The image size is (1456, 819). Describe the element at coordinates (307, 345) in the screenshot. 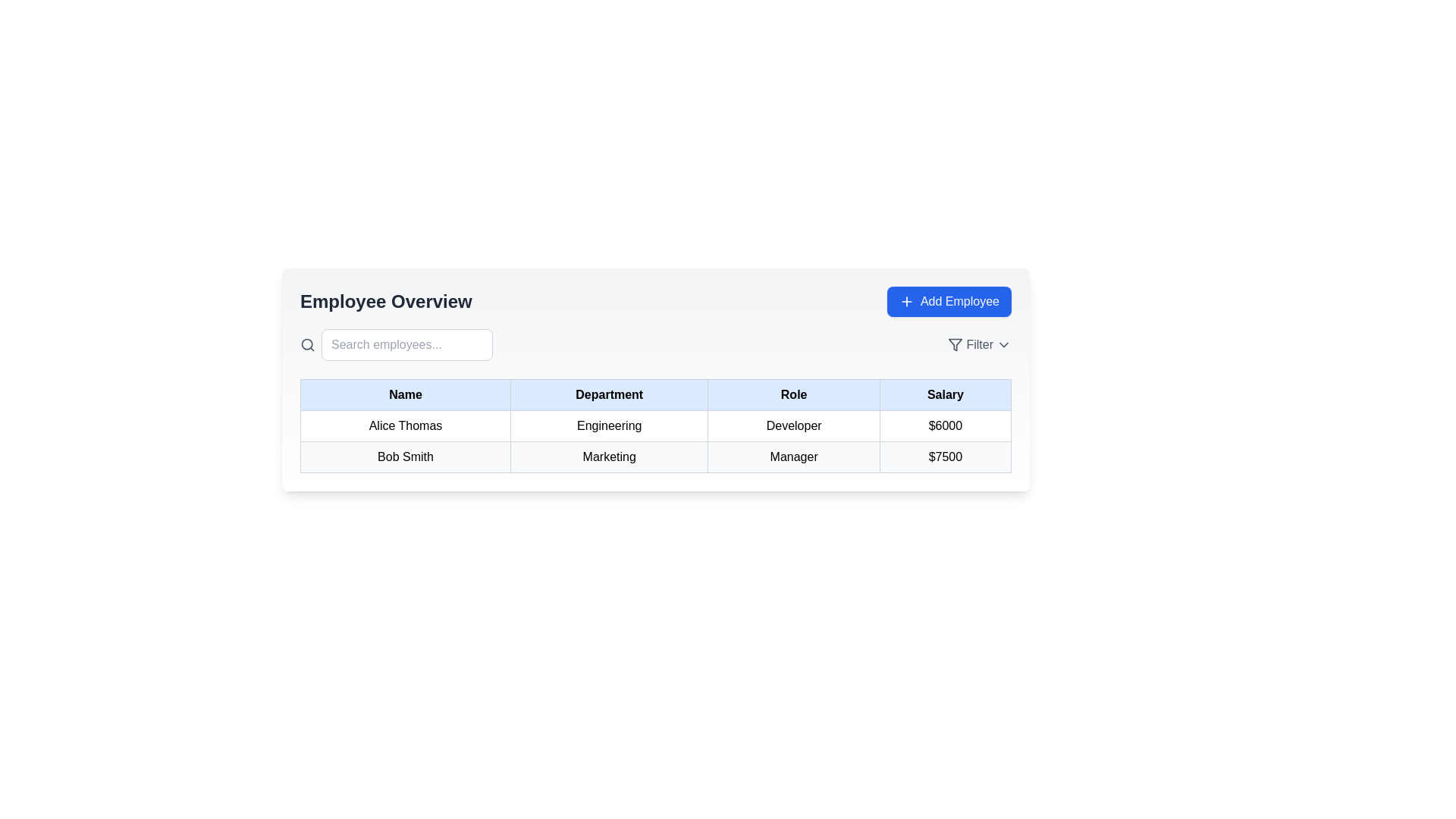

I see `the search icon located on the left side of the search bar in the 'Employee Overview' interface` at that location.